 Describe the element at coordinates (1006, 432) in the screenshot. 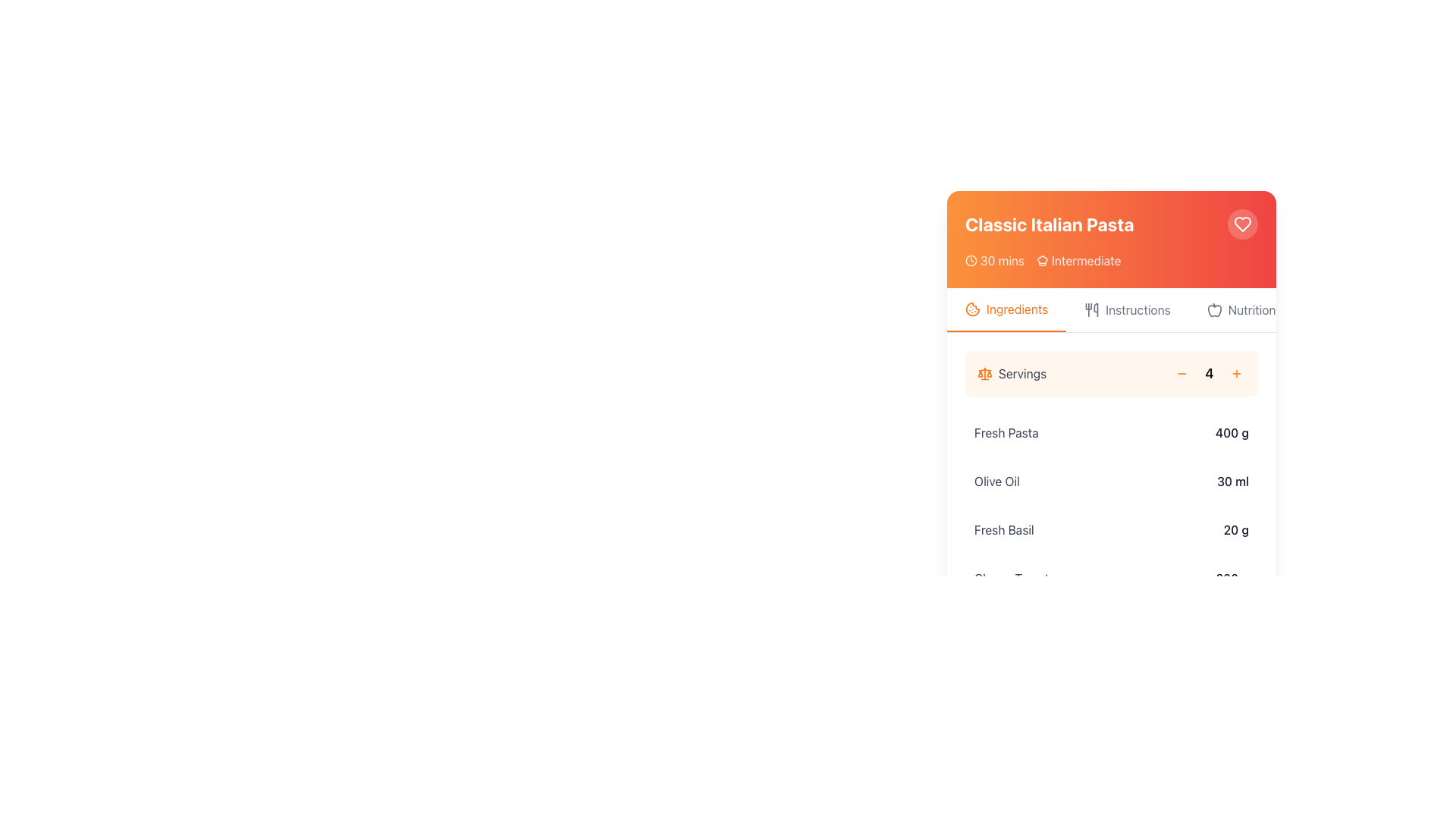

I see `the text label displaying 'Fresh Pasta' located on the left side of the row in the 'Ingredients' section` at that location.